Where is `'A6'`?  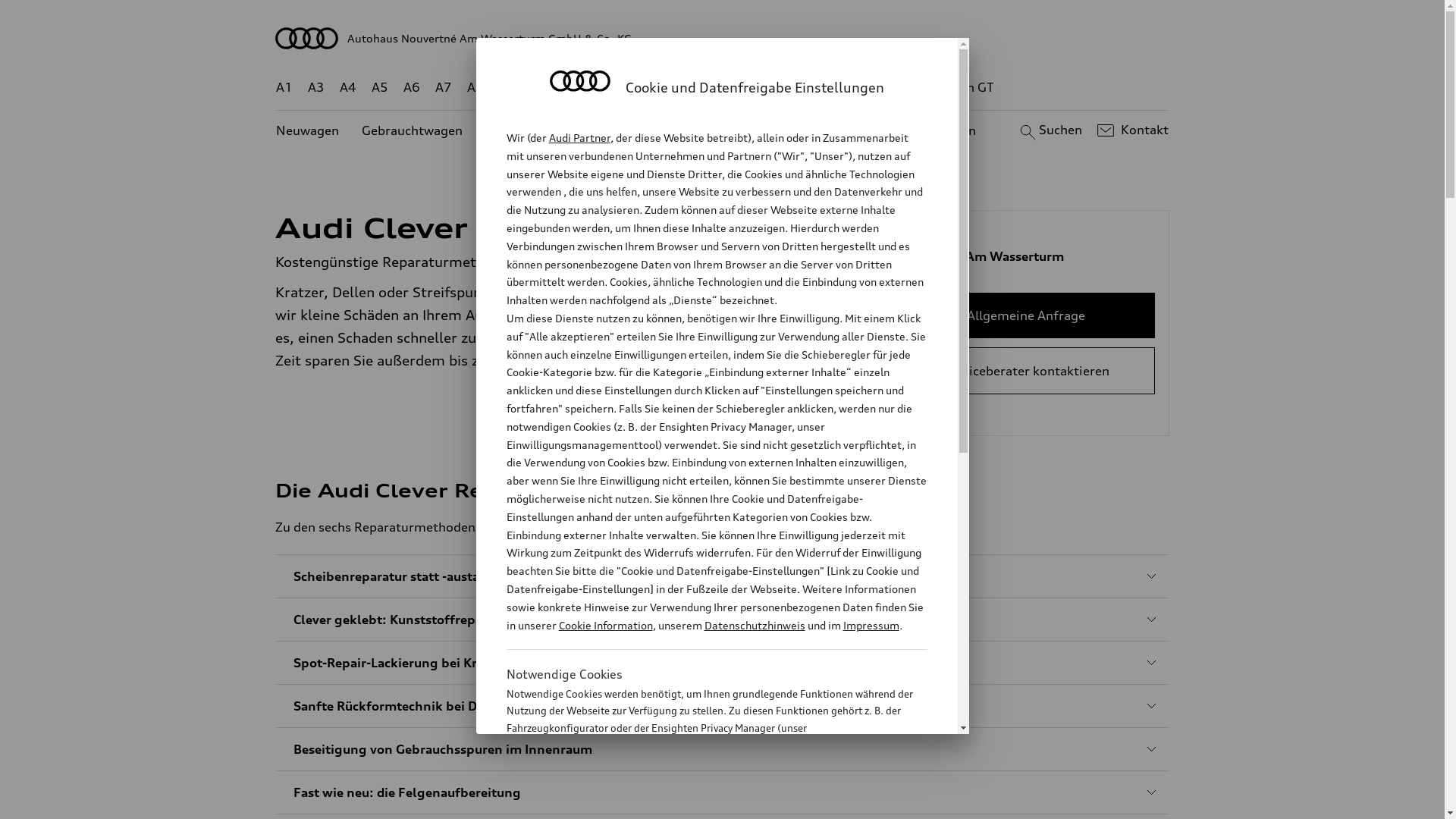
'A6' is located at coordinates (411, 87).